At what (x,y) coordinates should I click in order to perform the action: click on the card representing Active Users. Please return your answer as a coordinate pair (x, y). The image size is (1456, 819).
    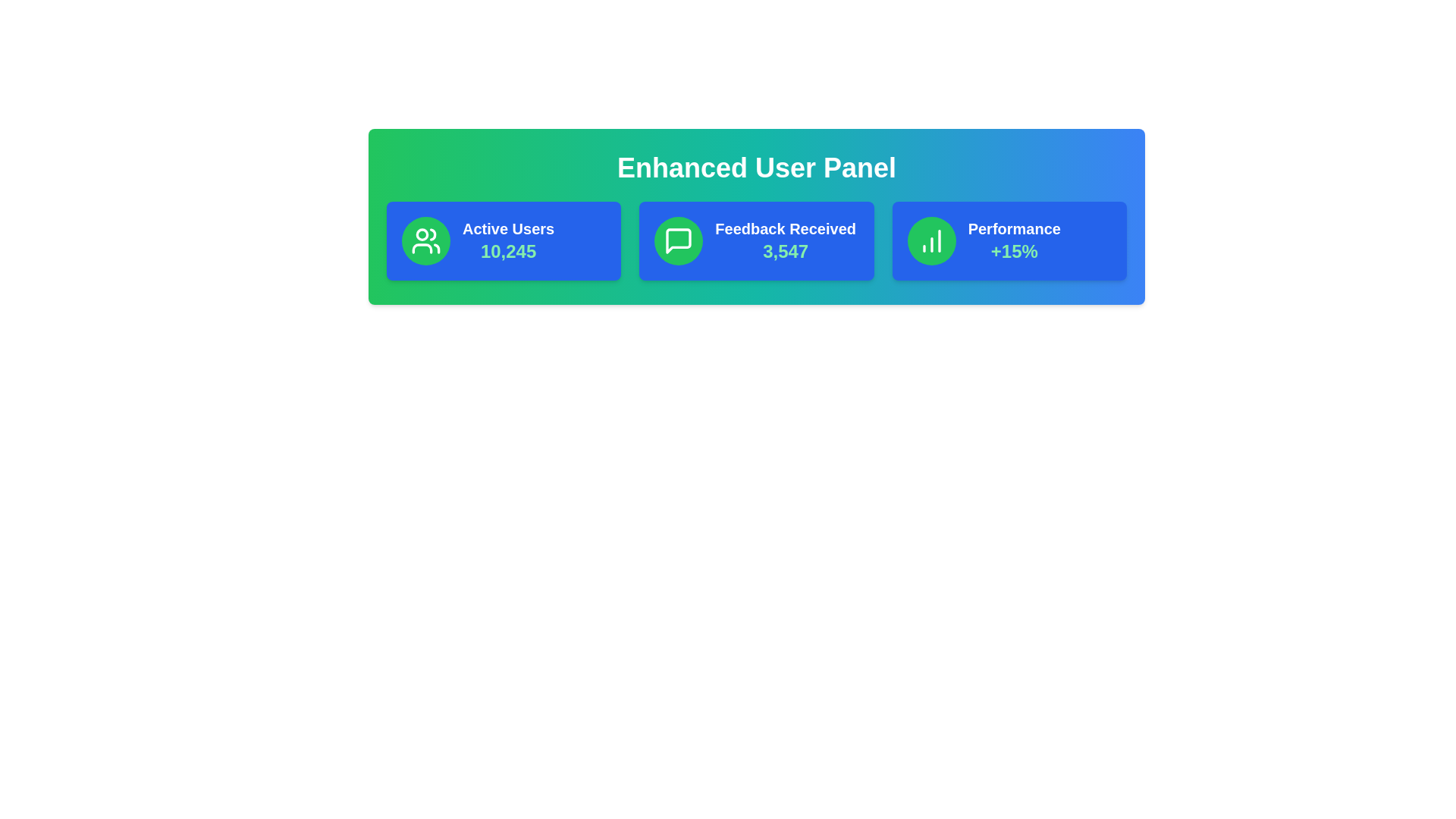
    Looking at the image, I should click on (504, 240).